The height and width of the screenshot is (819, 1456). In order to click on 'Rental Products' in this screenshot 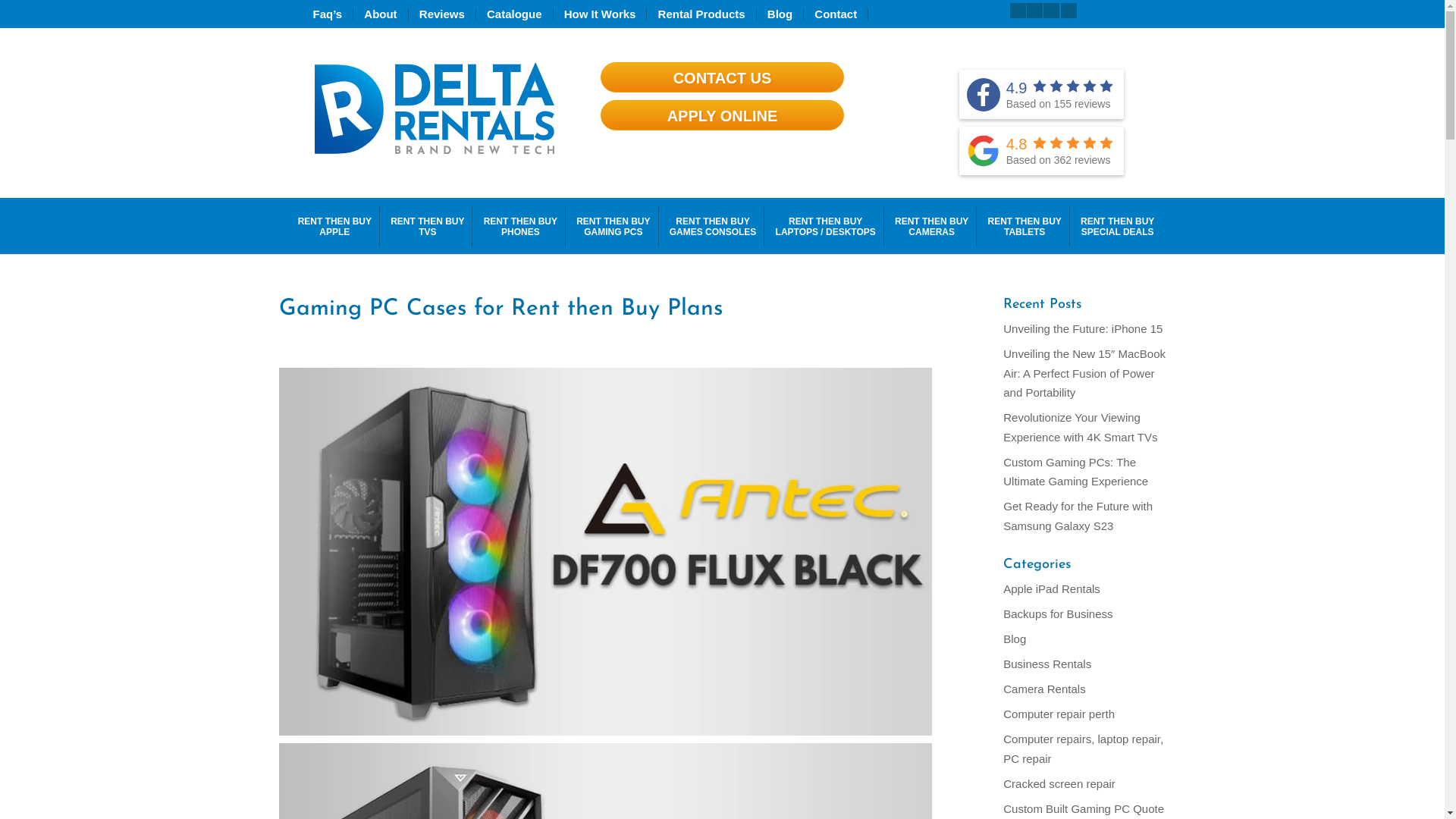, I will do `click(706, 14)`.